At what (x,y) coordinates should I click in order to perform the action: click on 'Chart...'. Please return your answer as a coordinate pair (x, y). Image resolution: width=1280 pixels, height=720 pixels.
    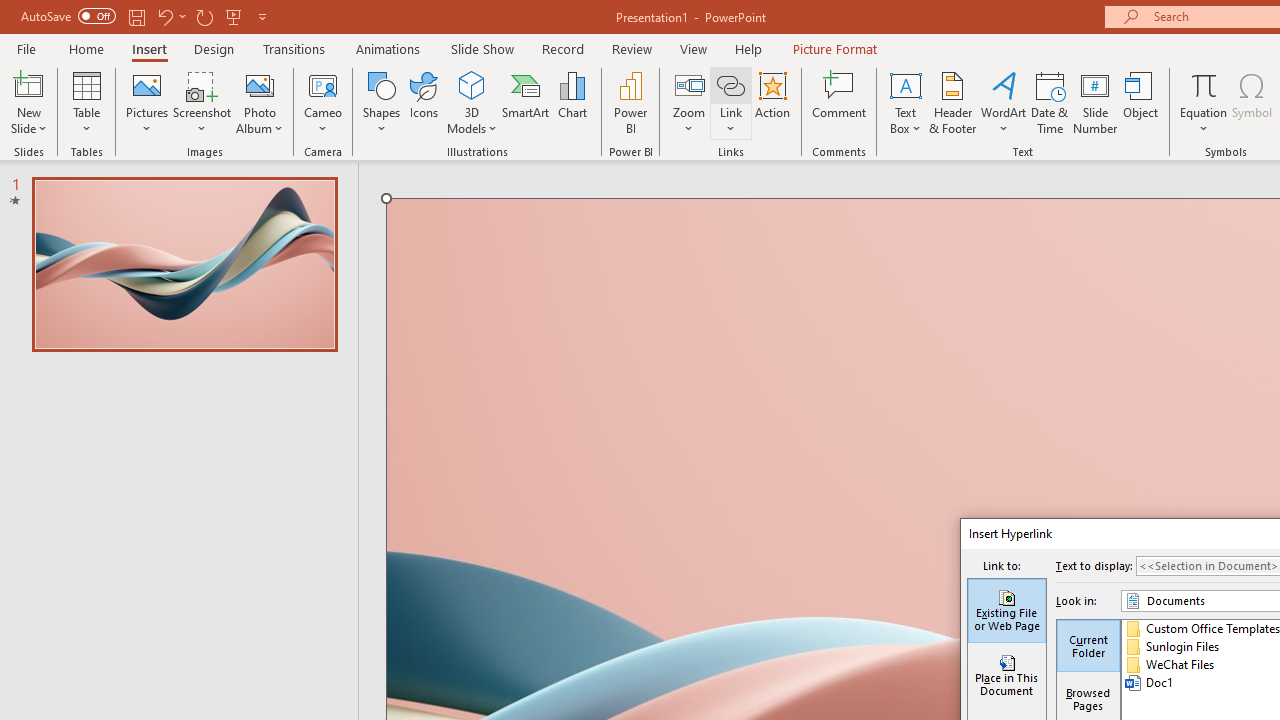
    Looking at the image, I should click on (571, 103).